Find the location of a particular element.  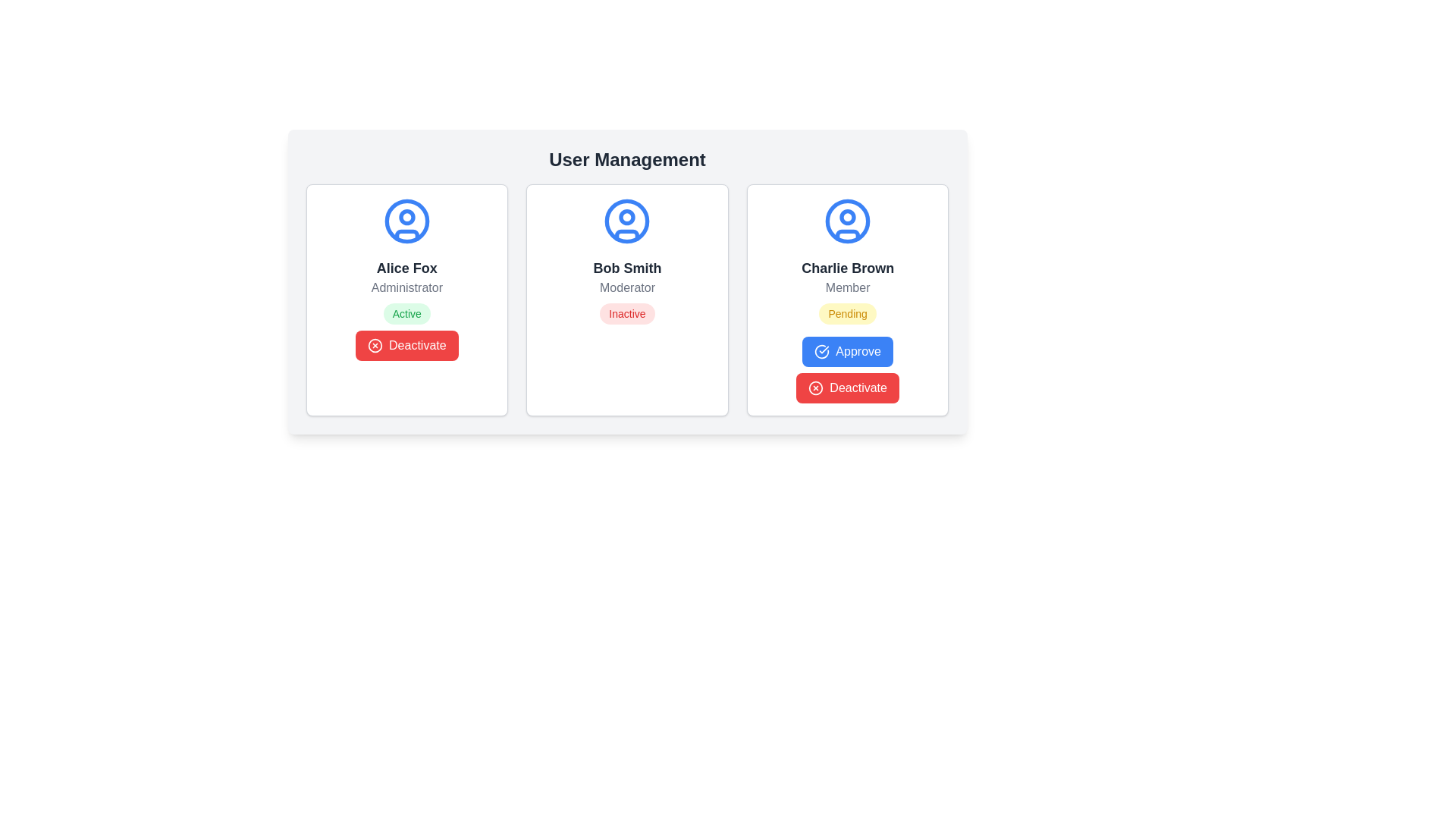

the Text label displaying the user's name, which reads 'Alice Fox', styled in bold black font and located prominently below the user icon in the user profile card is located at coordinates (406, 268).